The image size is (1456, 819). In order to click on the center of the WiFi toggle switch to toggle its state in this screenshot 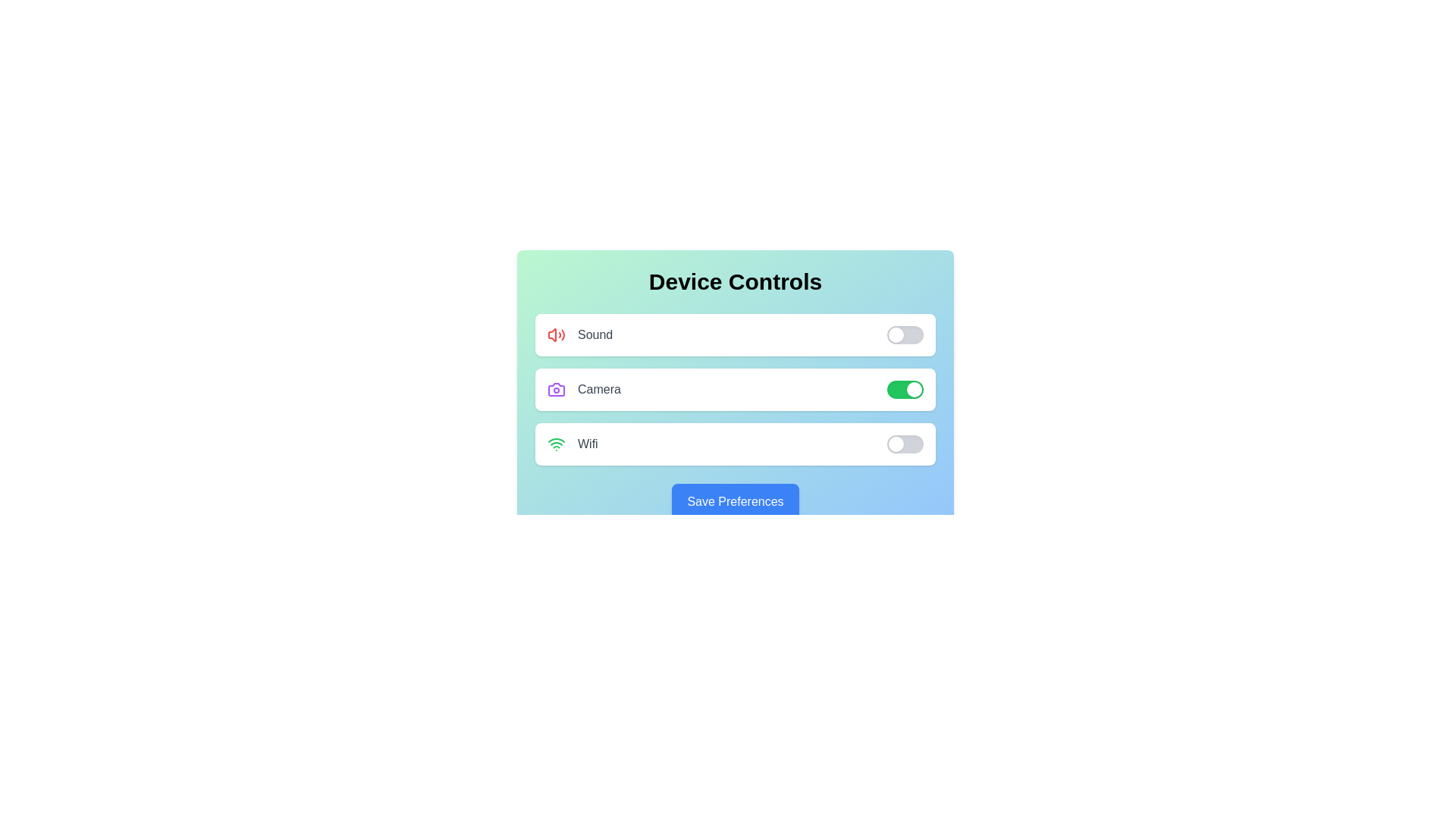, I will do `click(905, 444)`.